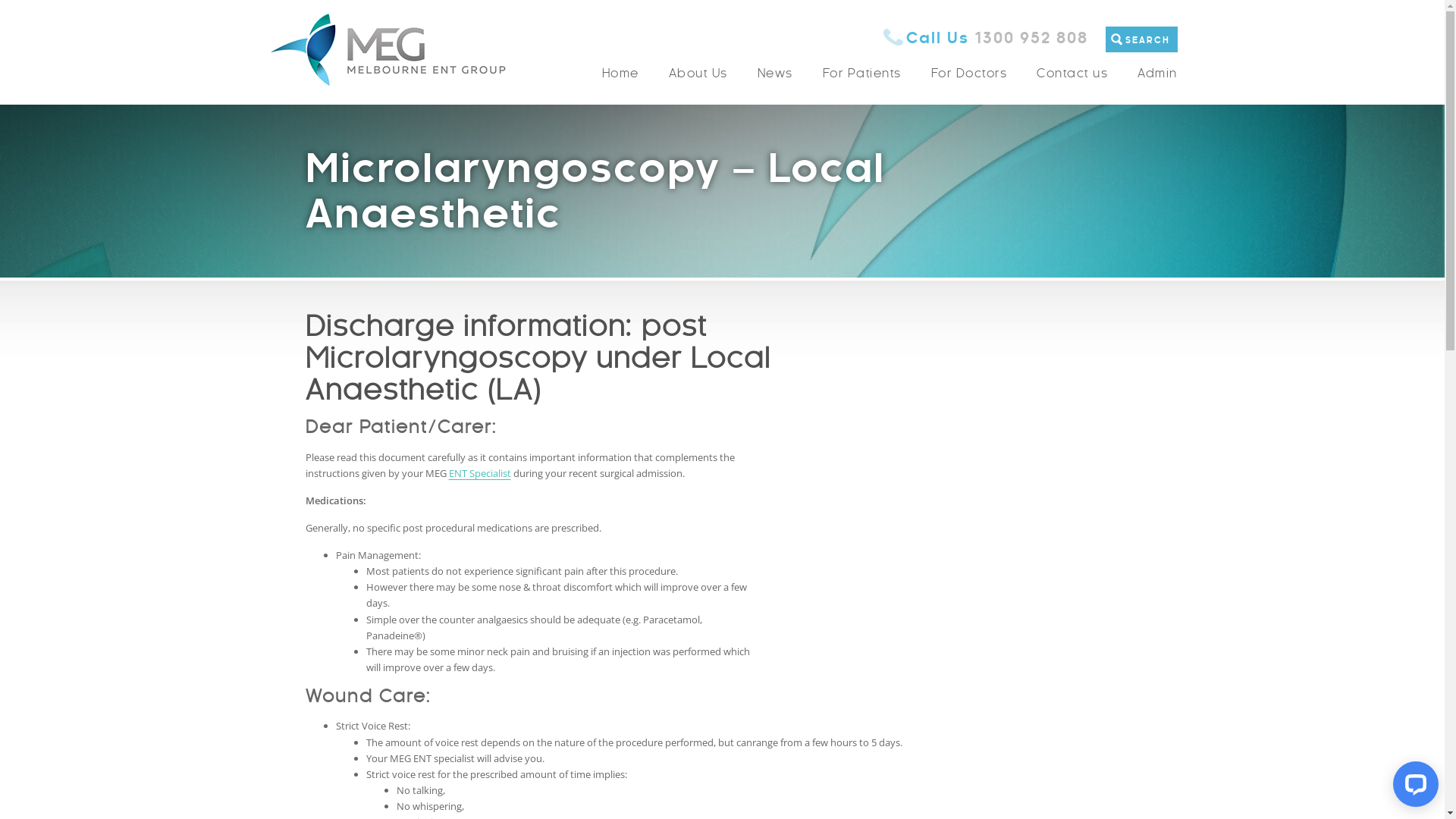  Describe the element at coordinates (620, 74) in the screenshot. I see `'Home'` at that location.